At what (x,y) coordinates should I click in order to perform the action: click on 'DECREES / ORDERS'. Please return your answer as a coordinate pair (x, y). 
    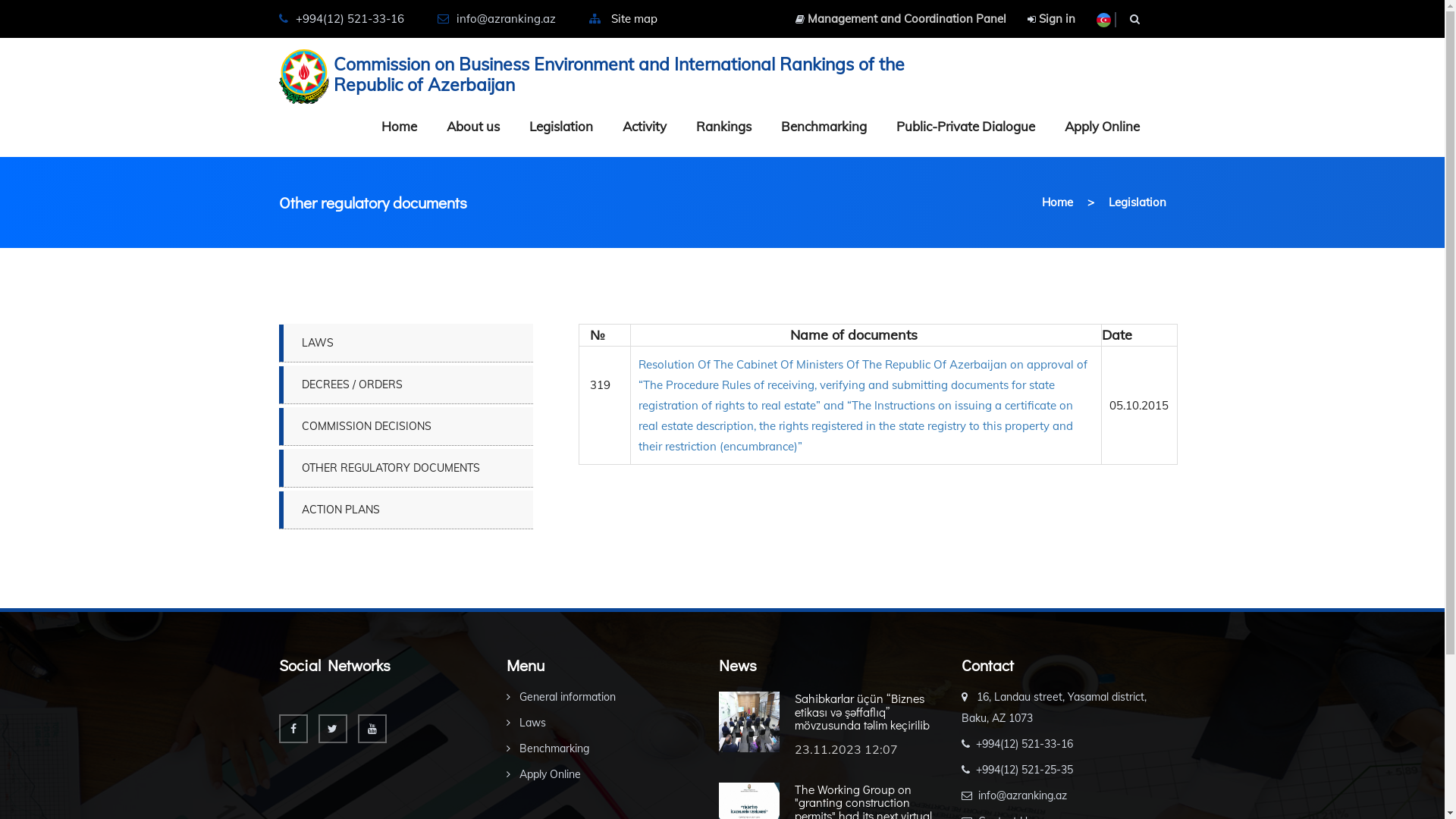
    Looking at the image, I should click on (406, 383).